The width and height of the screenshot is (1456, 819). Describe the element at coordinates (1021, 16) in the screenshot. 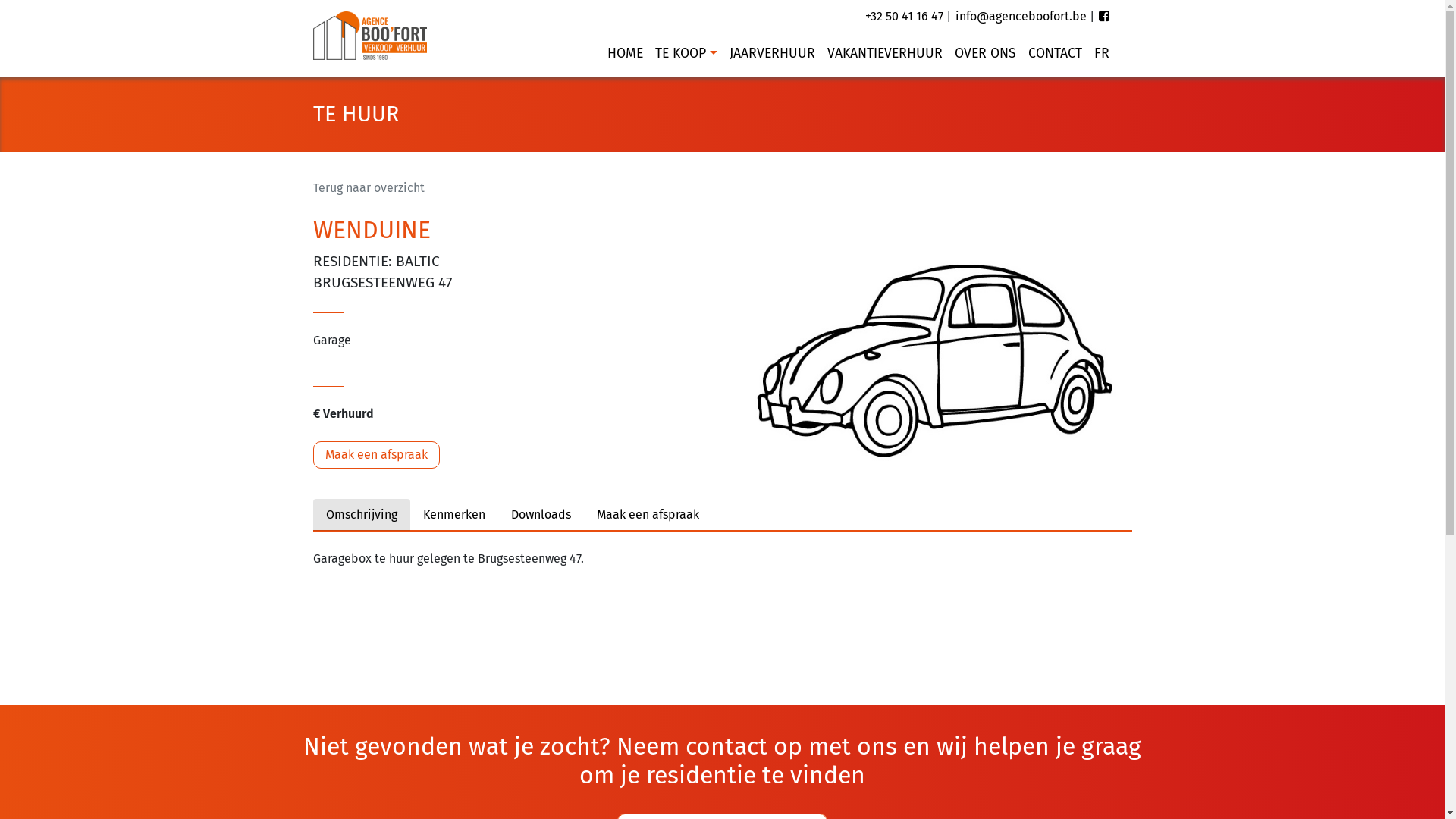

I see `'info@agenceboofort.be'` at that location.